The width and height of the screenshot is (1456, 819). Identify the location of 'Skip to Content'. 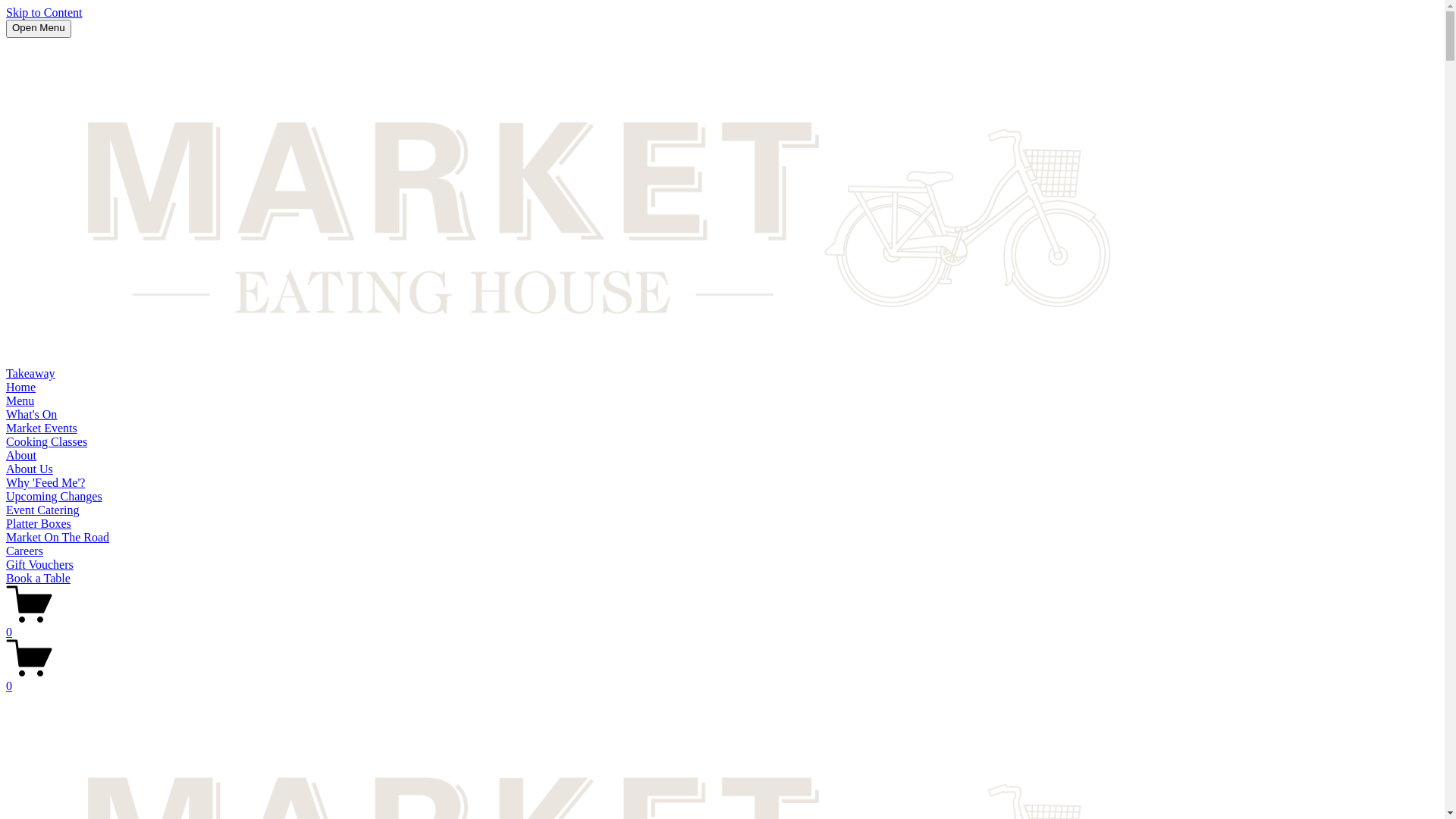
(6, 12).